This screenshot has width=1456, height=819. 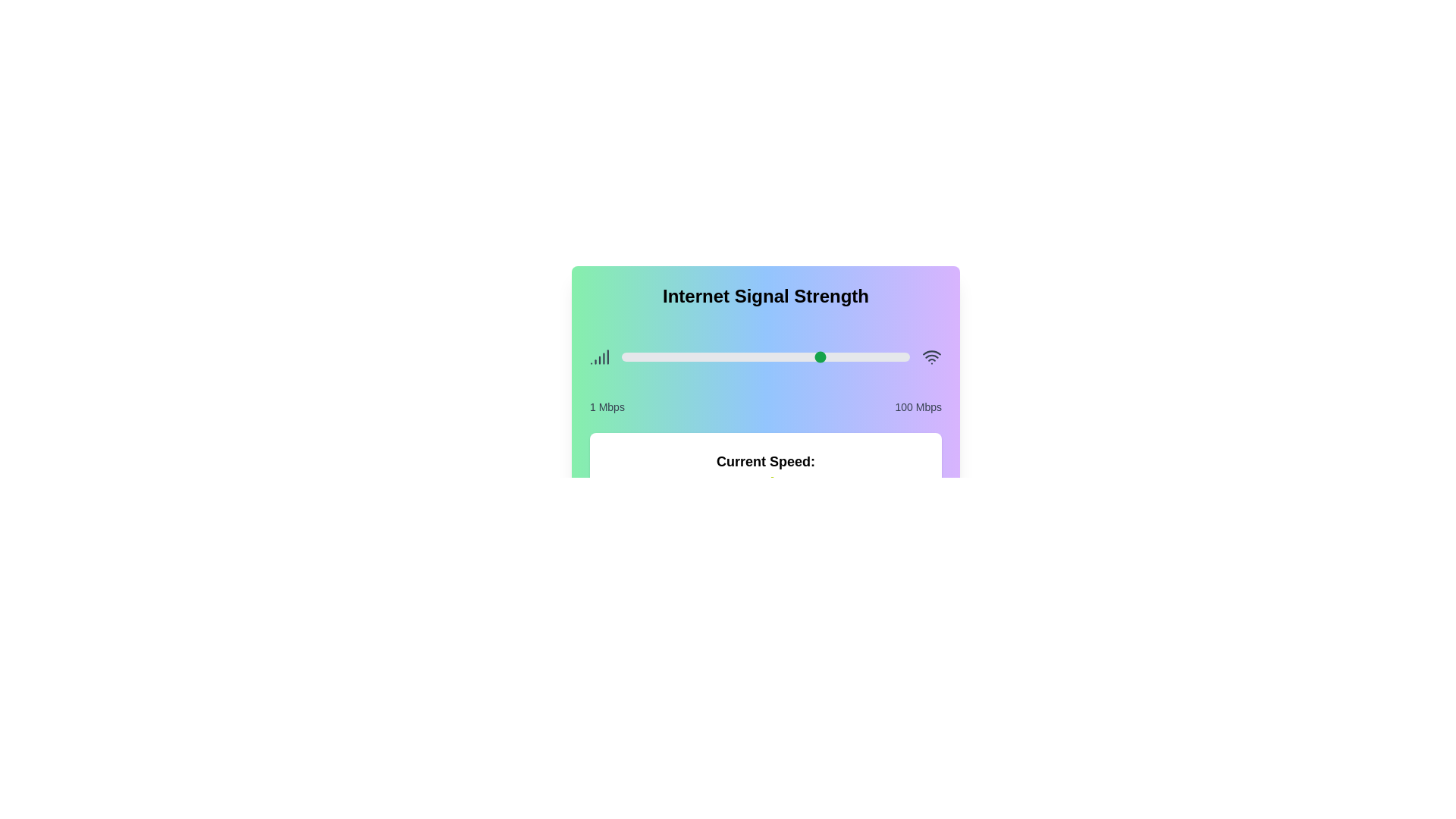 I want to click on the slider to set the signal strength to 49 Mbps, so click(x=761, y=356).